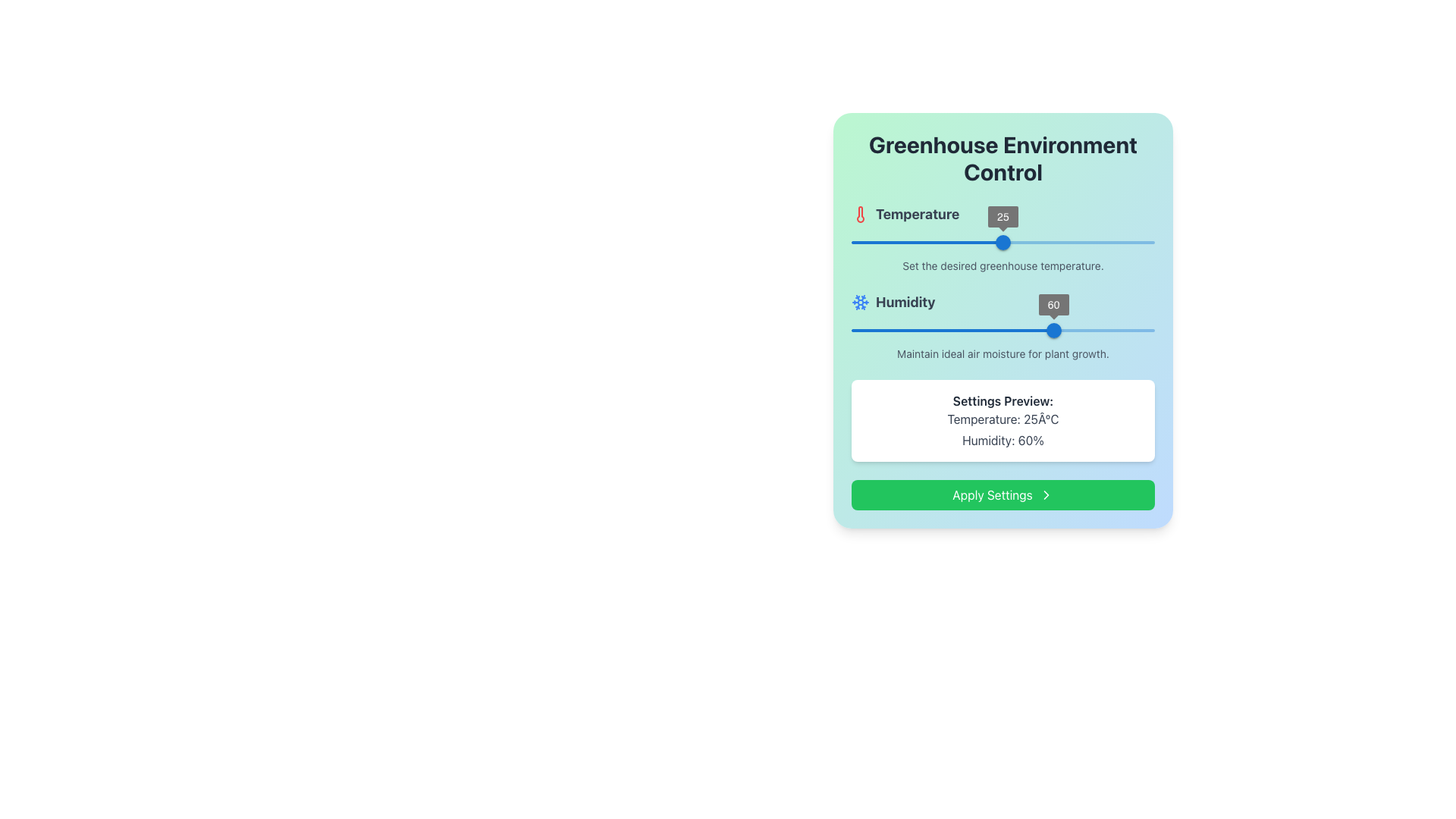  Describe the element at coordinates (1045, 494) in the screenshot. I see `the chevron icon located on the extreme right side of the 'Apply Settings' button to apply the settings` at that location.